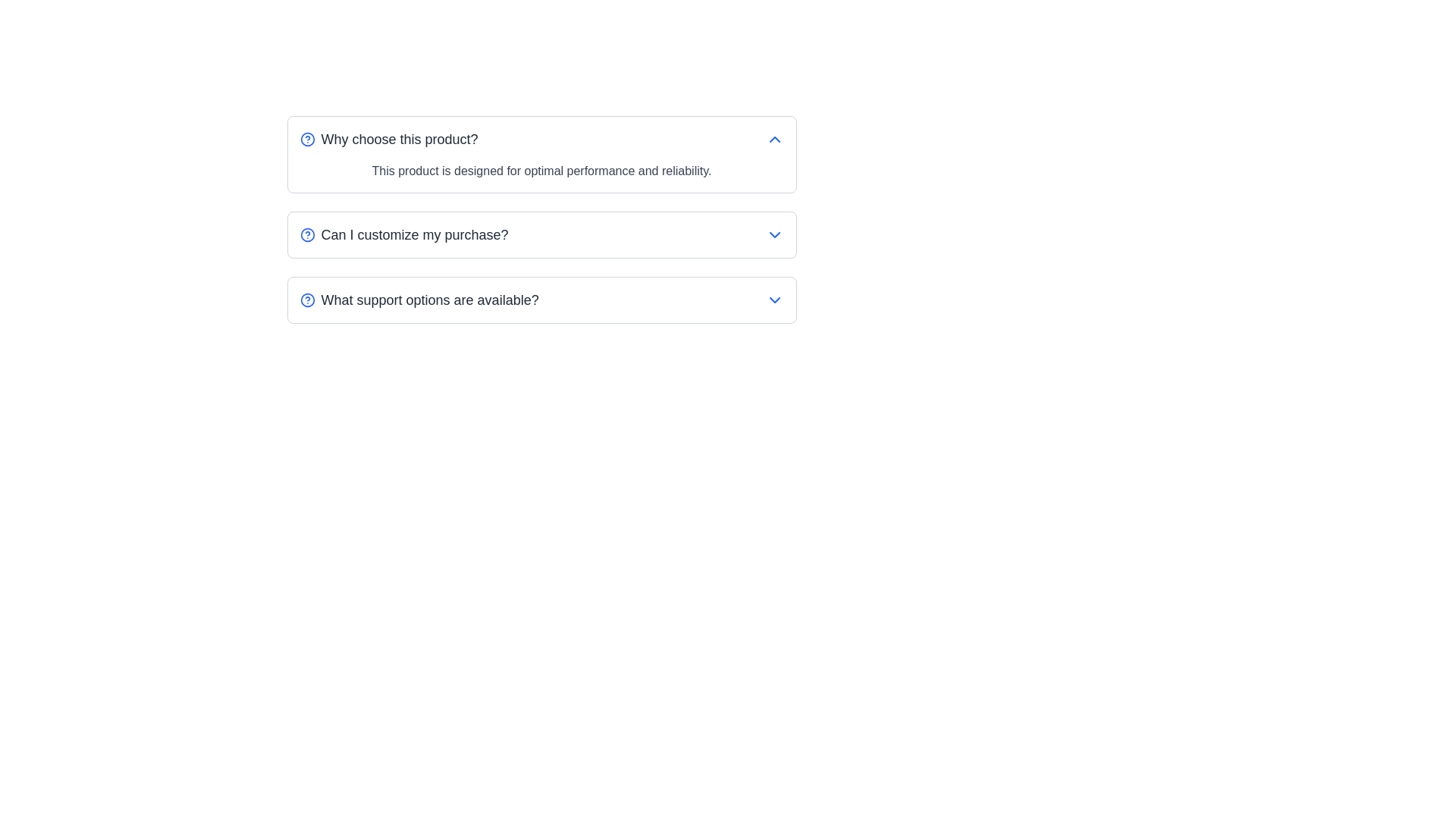  What do you see at coordinates (541, 219) in the screenshot?
I see `to interact with the Collapsible FAQ Item related to the question 'Can I customize my purchase?'` at bounding box center [541, 219].